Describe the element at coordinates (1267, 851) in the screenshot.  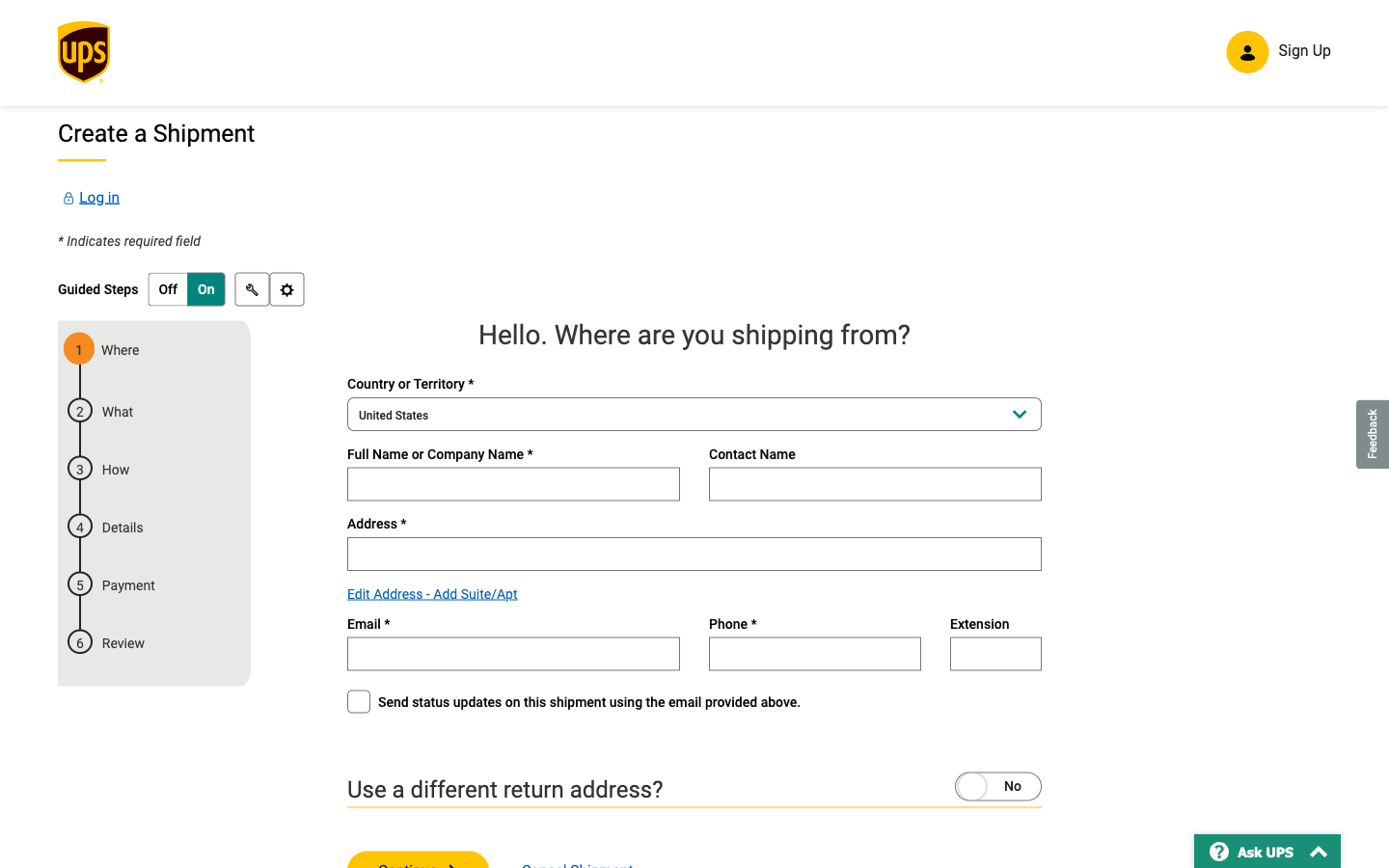
I see `the "frequently_asked_questions" link by using the "Ask UPS" feature on the website` at that location.